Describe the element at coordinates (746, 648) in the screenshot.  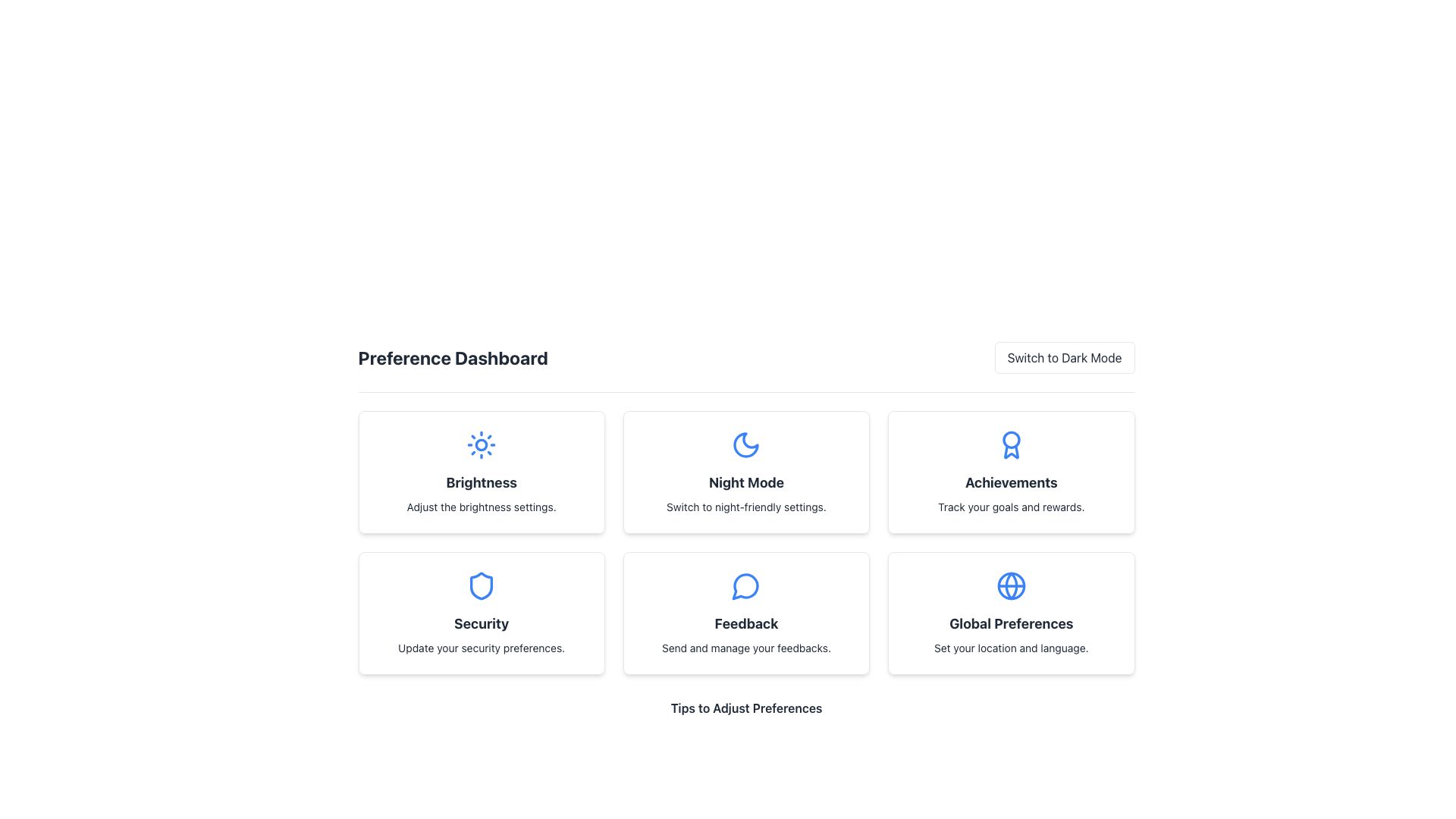
I see `description text label located below the 'Feedback' title in the second row of the grid layout within the 'Feedback' card` at that location.